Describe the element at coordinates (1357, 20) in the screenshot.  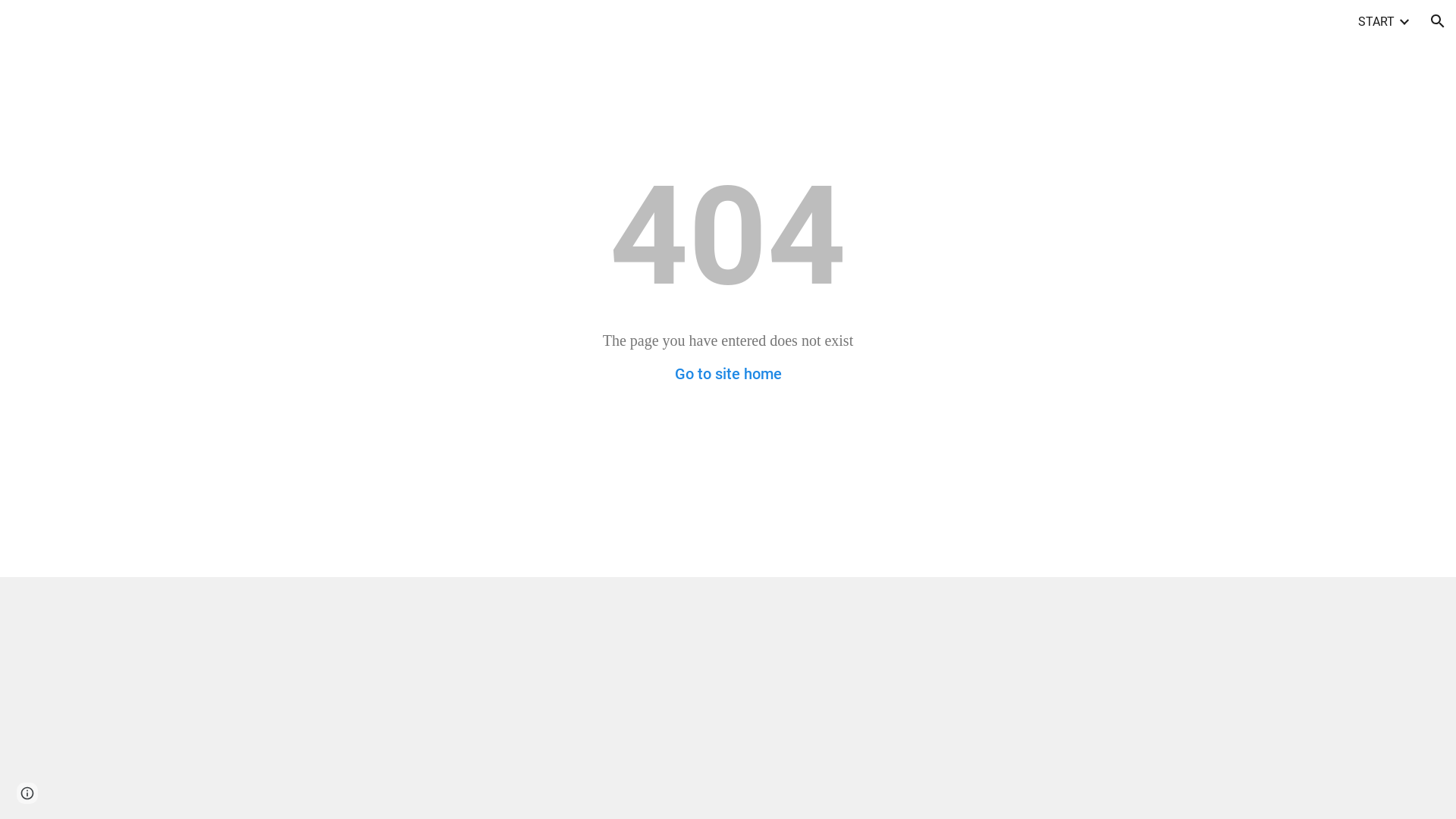
I see `'START'` at that location.